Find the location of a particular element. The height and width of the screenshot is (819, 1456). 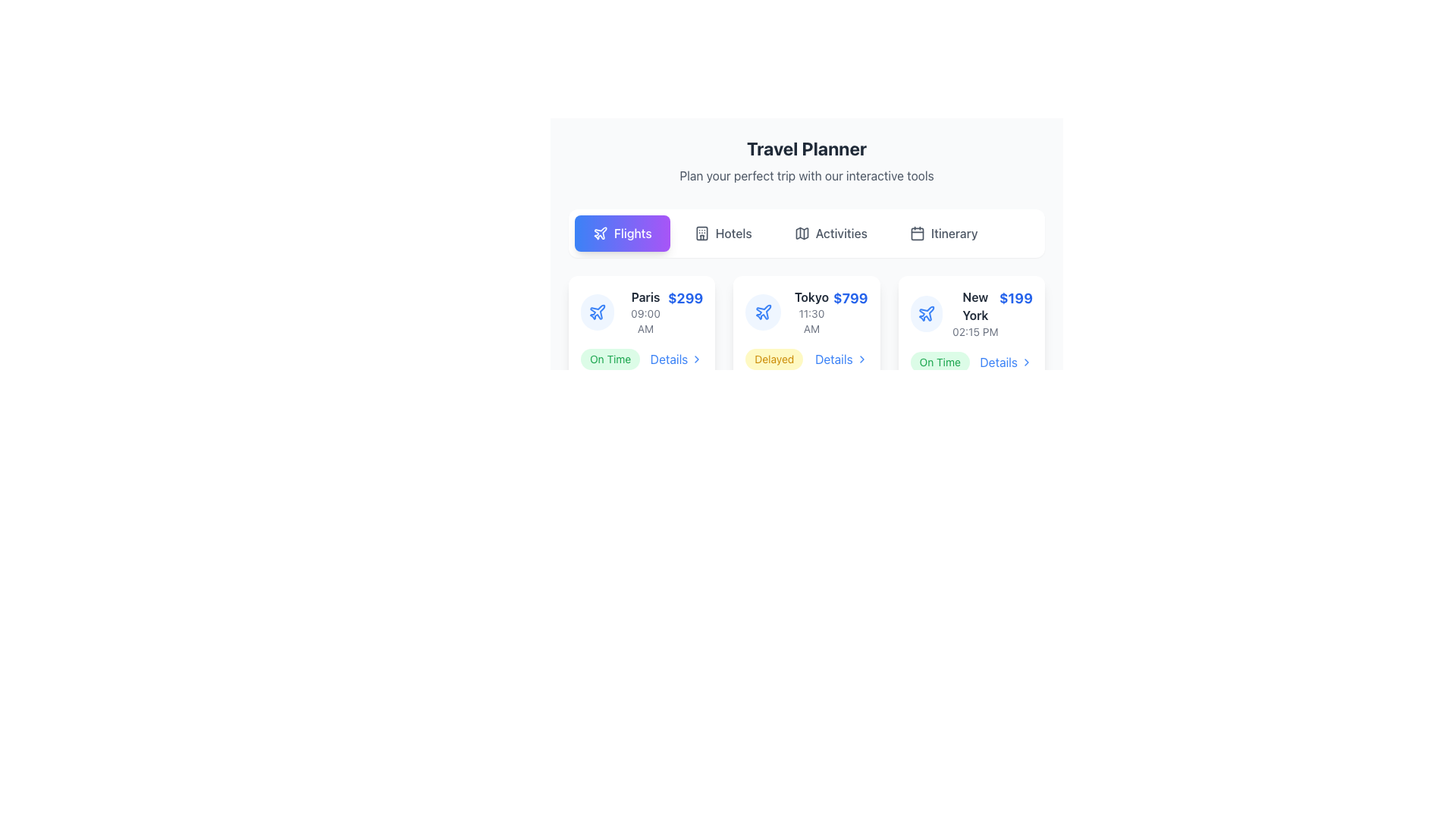

the rightward-pointing chevron icon located immediately to the right of the 'Details' text in the second travel card indicating 'Tokyo $799 11:30 AM' is located at coordinates (861, 359).